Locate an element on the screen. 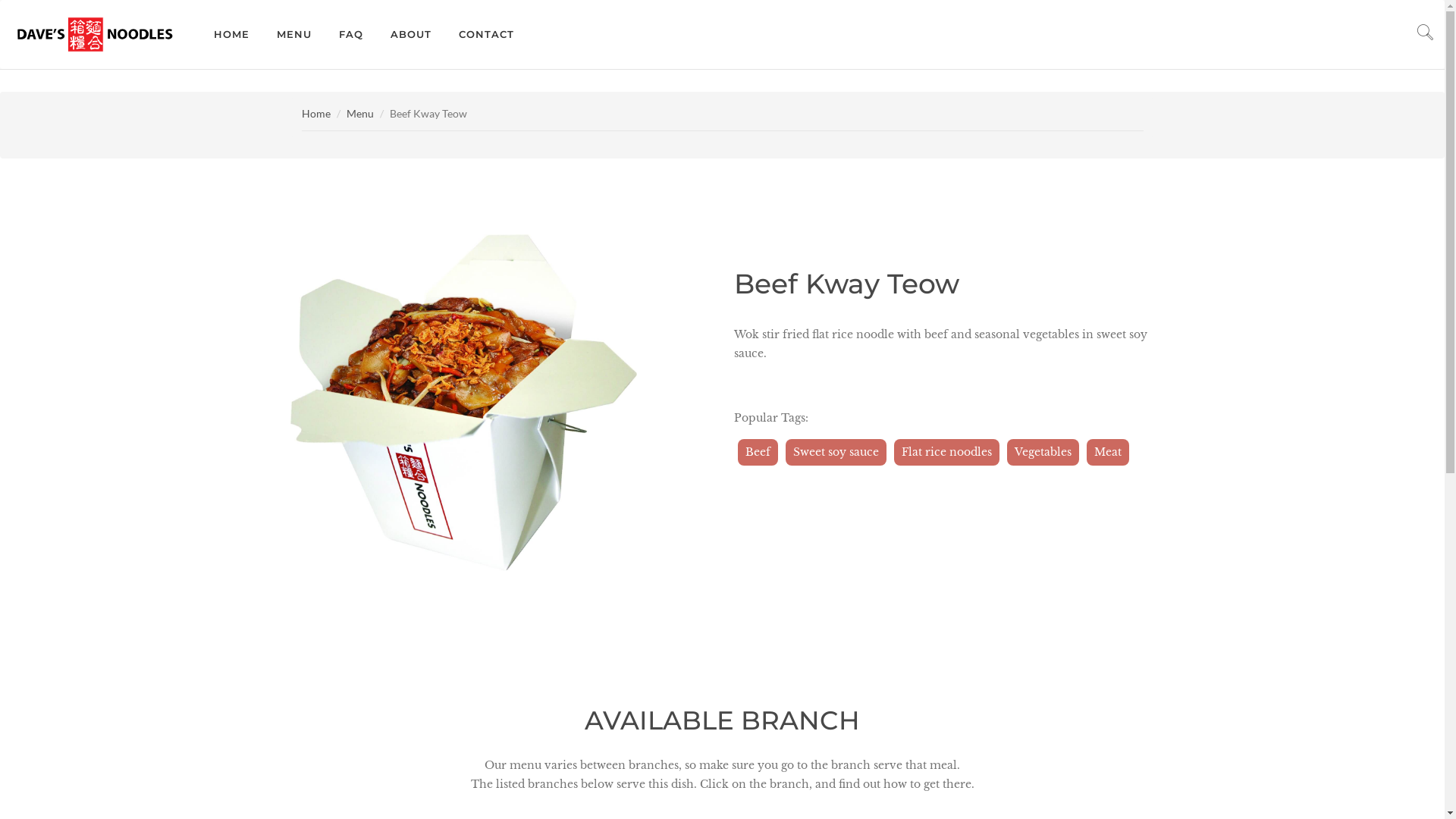 The image size is (1456, 819). 'MENU' is located at coordinates (294, 34).